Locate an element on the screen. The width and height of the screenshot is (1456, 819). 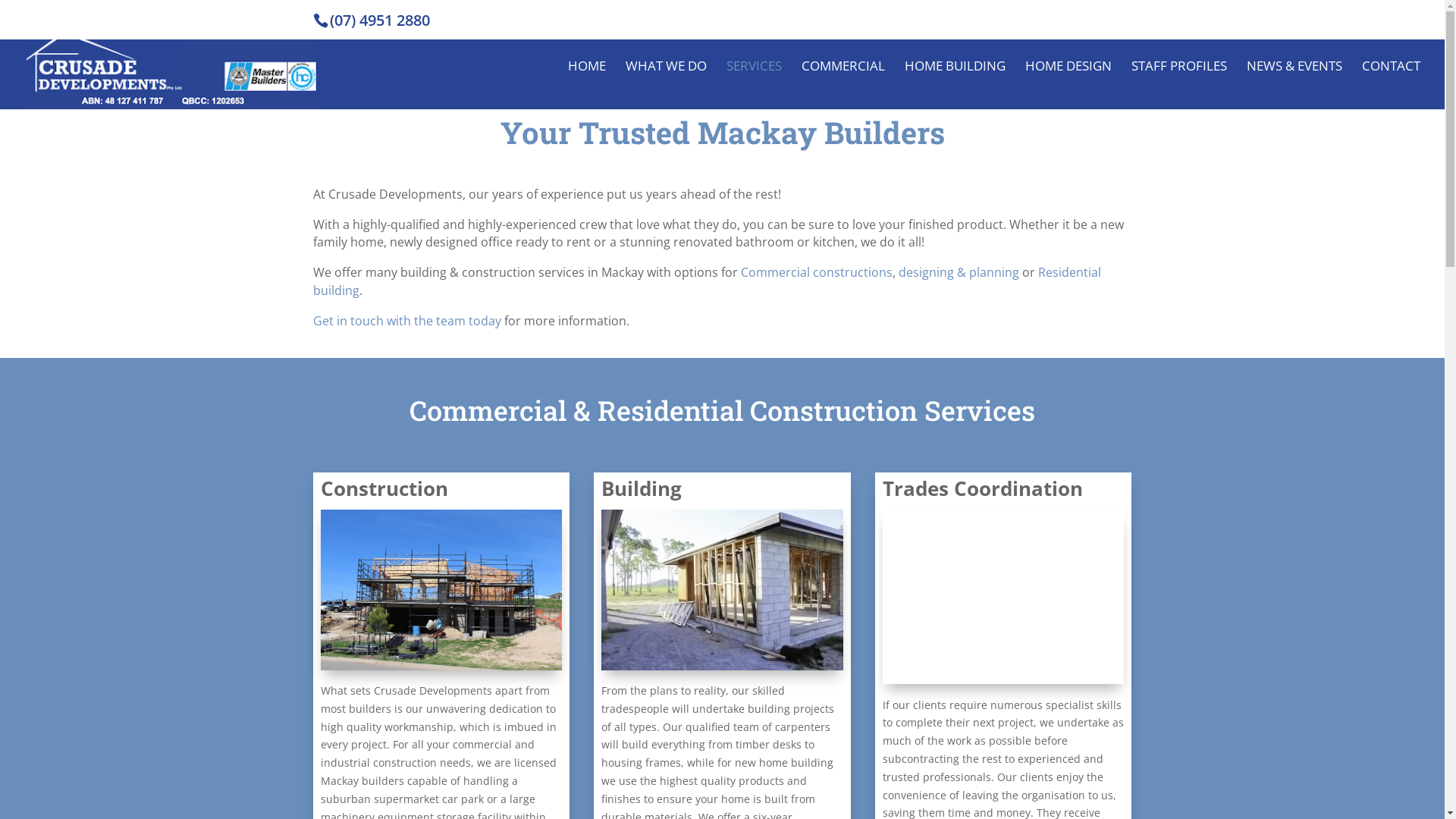
'designing & planning' is located at coordinates (957, 271).